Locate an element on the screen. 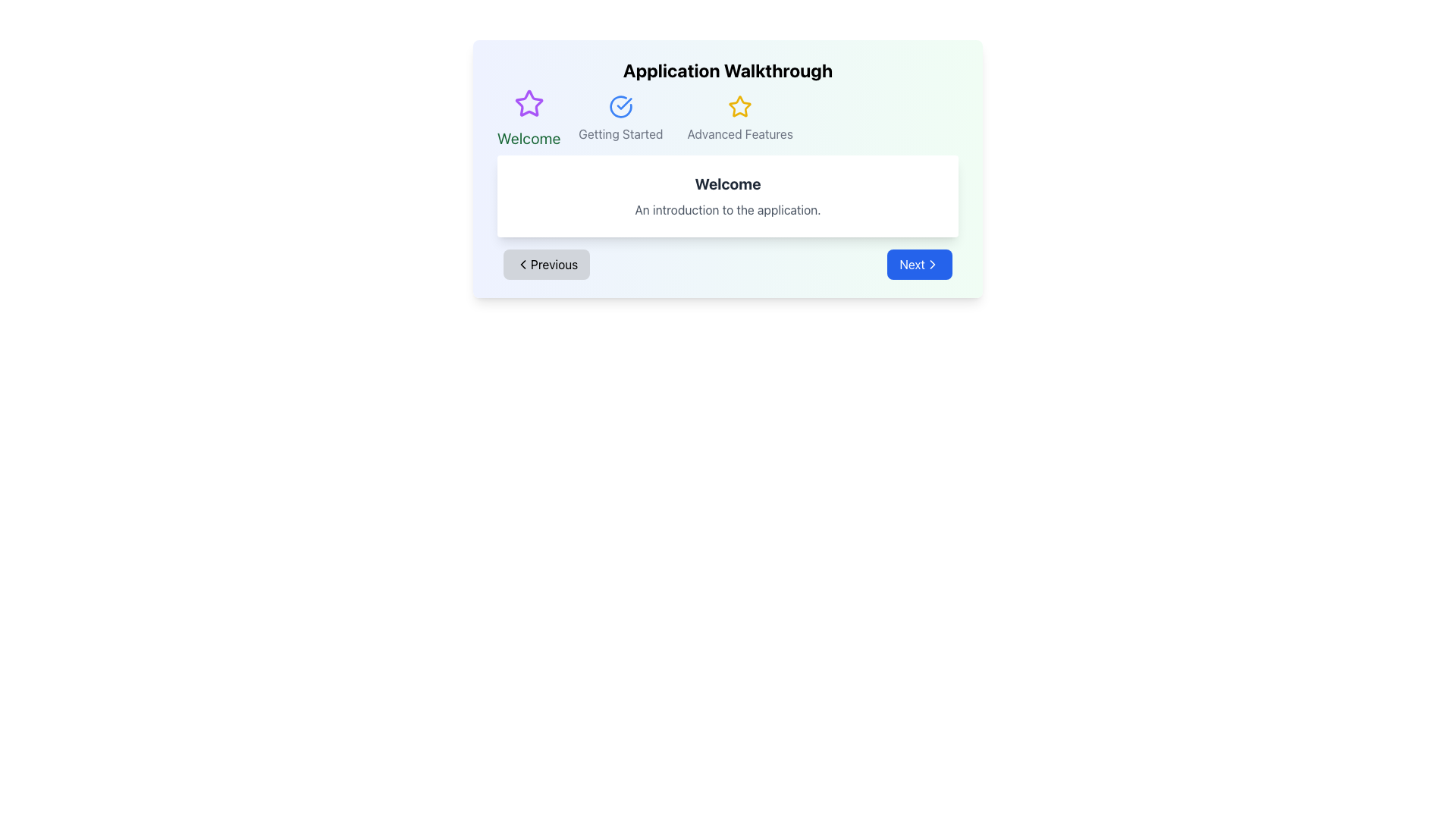  the 'Next' button located at the bottom-right of the modal dialog, which contains the right-pointing chevron icon is located at coordinates (931, 263).